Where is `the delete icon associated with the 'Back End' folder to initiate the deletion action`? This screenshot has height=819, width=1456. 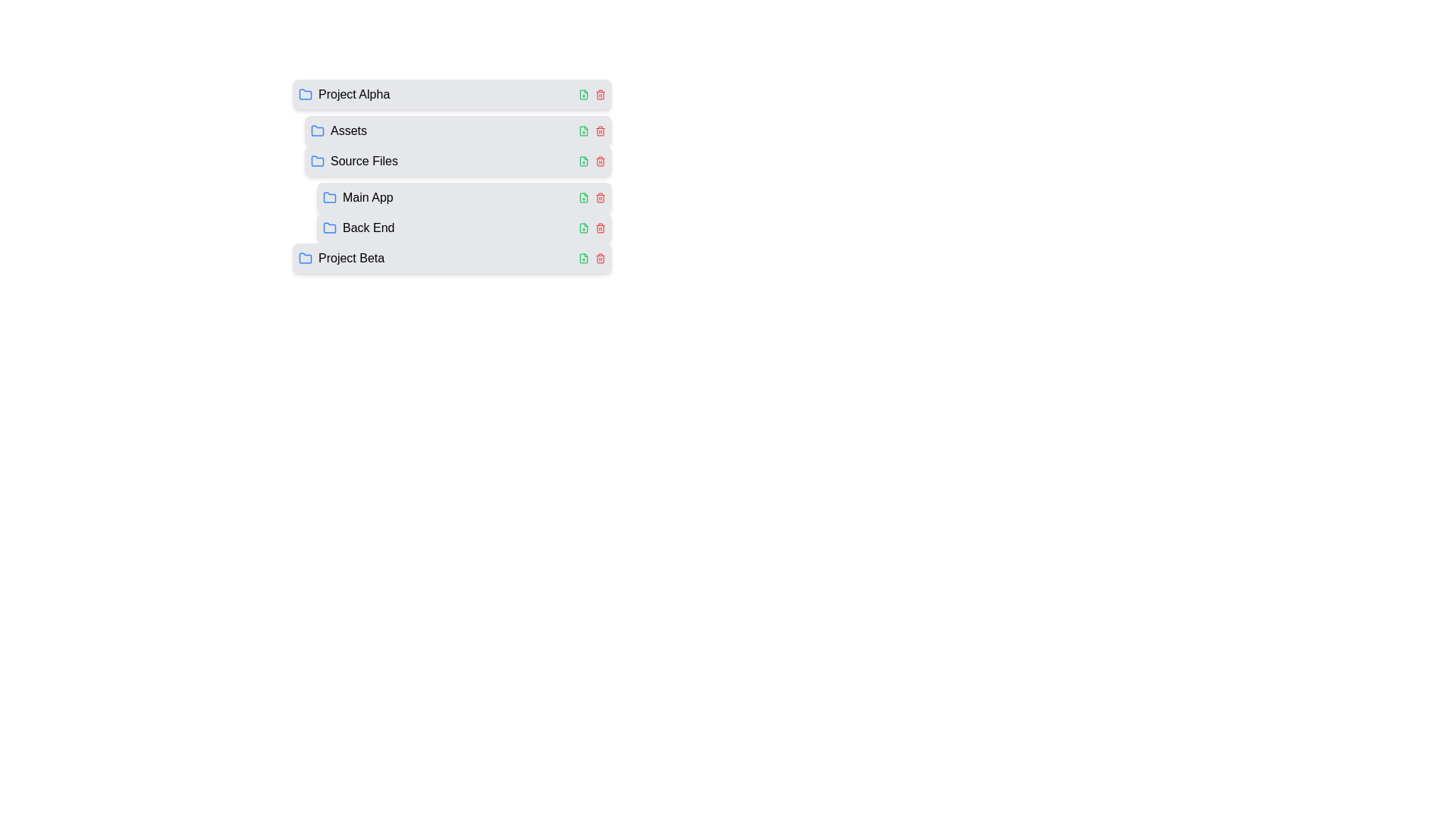
the delete icon associated with the 'Back End' folder to initiate the deletion action is located at coordinates (600, 227).